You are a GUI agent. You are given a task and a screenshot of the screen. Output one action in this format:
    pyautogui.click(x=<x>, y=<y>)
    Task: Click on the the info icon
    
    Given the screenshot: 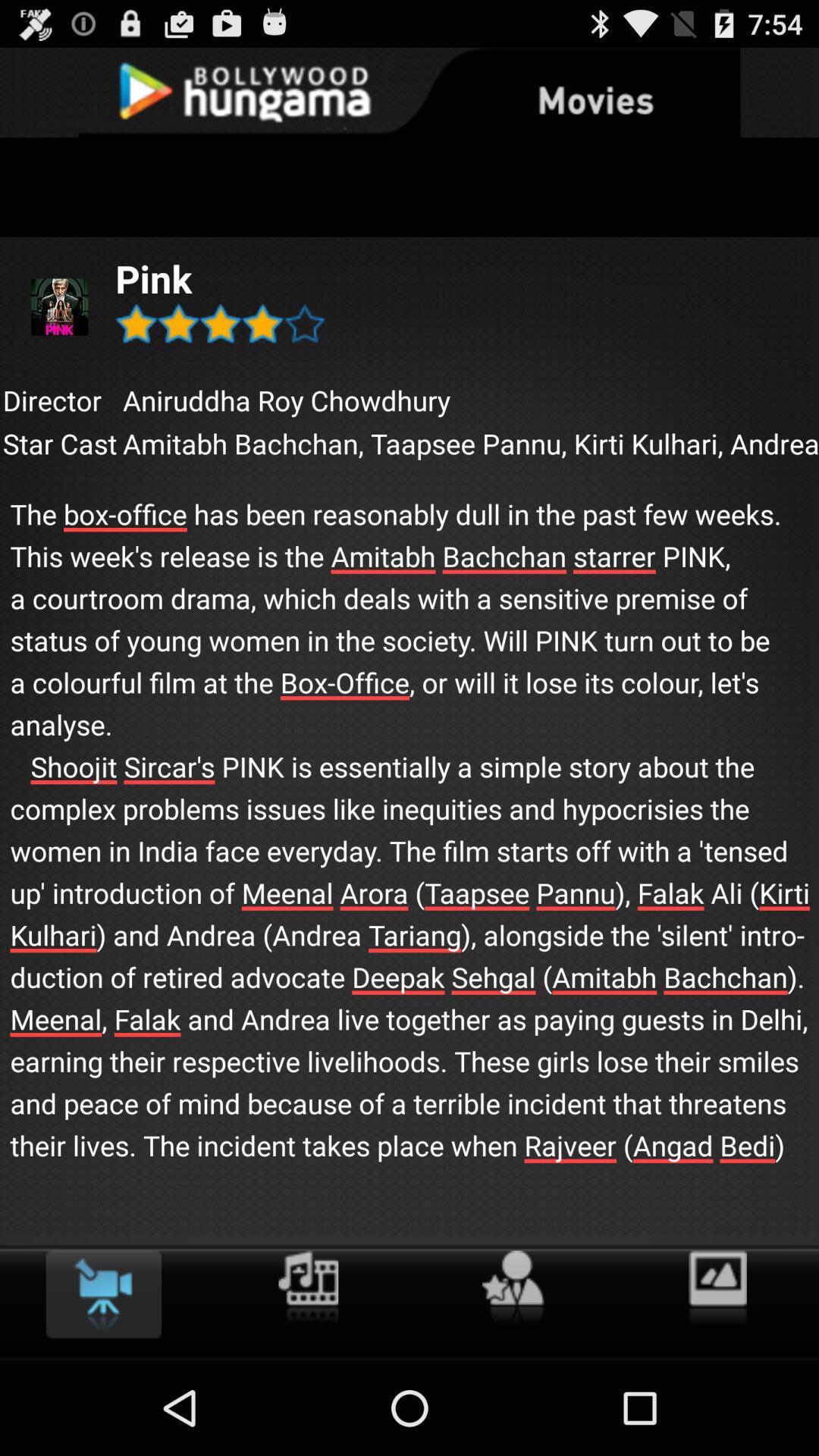 What is the action you would take?
    pyautogui.click(x=307, y=1378)
    